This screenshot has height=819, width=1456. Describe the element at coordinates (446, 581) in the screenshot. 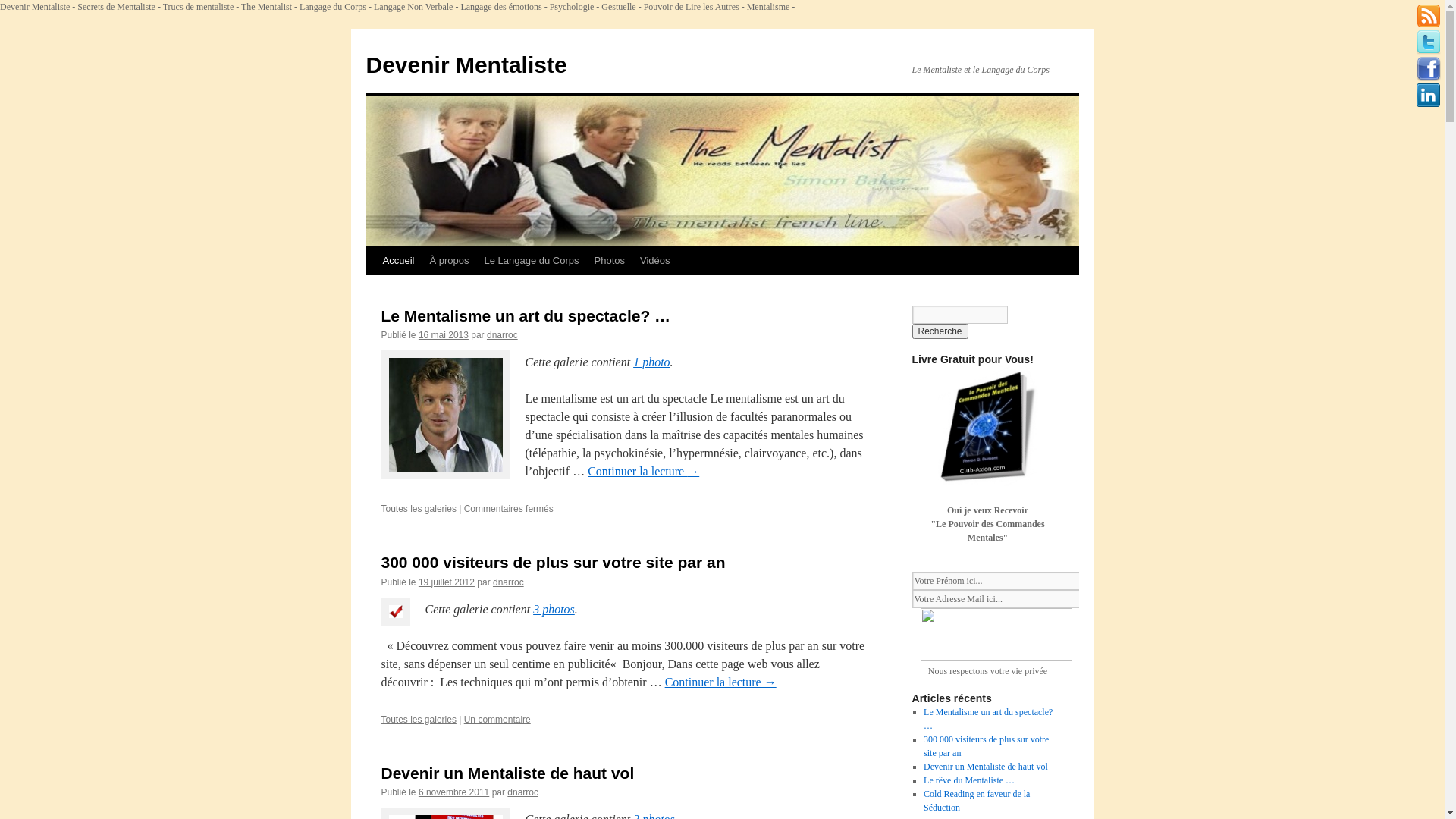

I see `'19 juillet 2012'` at that location.